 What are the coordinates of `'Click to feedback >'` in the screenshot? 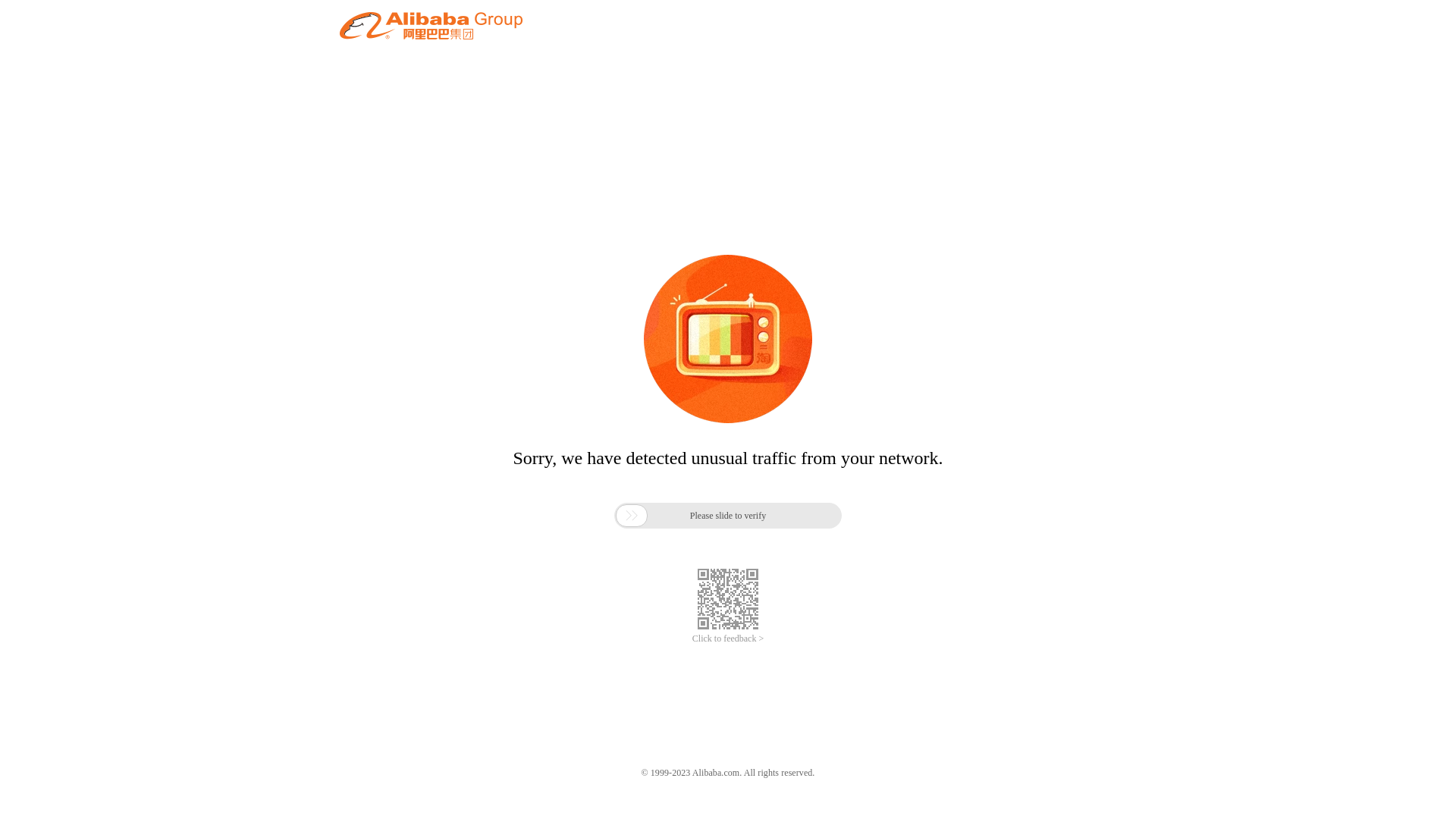 It's located at (728, 639).